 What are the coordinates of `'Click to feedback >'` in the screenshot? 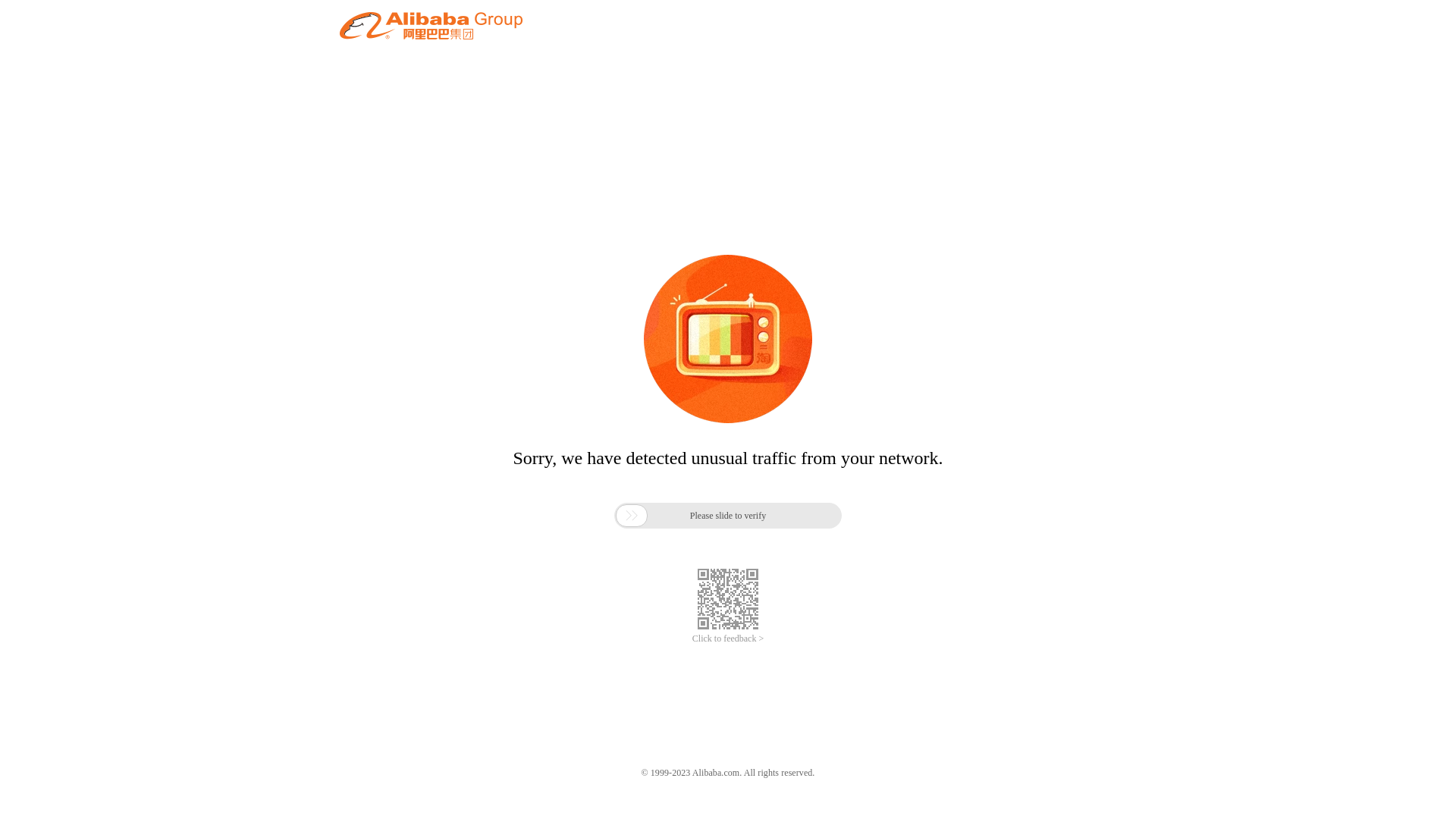 It's located at (728, 639).